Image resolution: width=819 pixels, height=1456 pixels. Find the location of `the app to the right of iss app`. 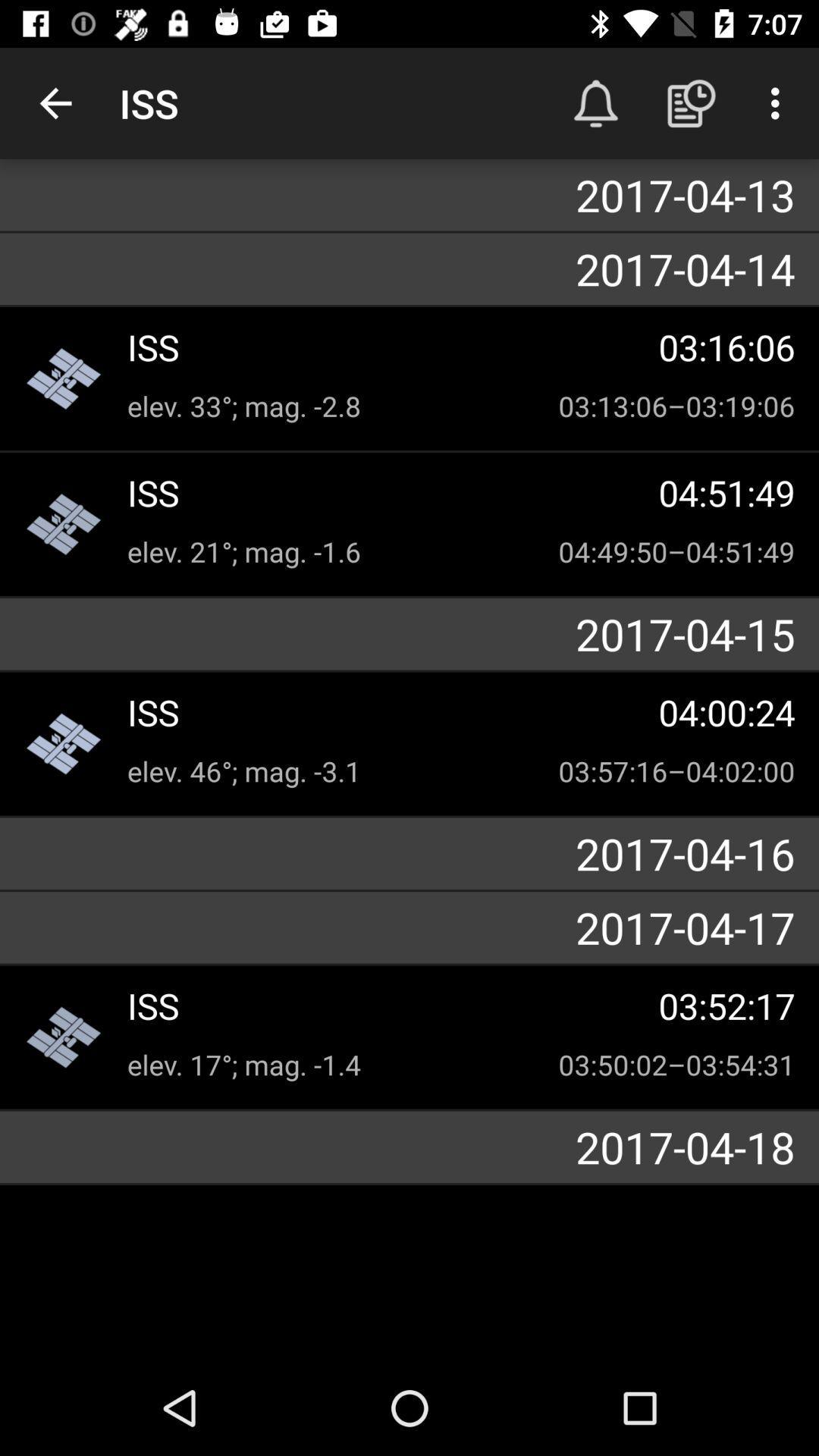

the app to the right of iss app is located at coordinates (595, 102).